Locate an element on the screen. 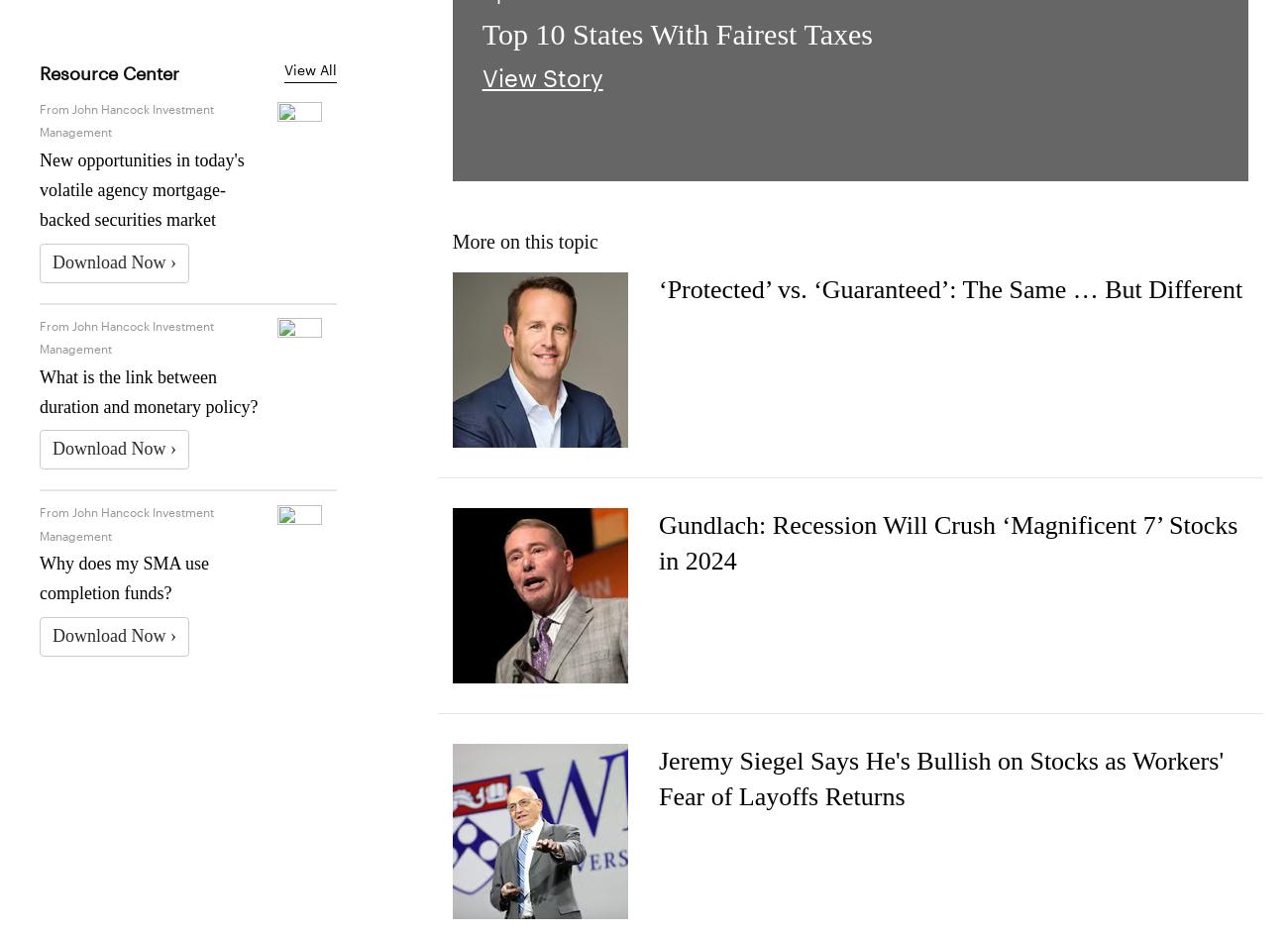 Image resolution: width=1288 pixels, height=935 pixels. 'View All' is located at coordinates (310, 67).